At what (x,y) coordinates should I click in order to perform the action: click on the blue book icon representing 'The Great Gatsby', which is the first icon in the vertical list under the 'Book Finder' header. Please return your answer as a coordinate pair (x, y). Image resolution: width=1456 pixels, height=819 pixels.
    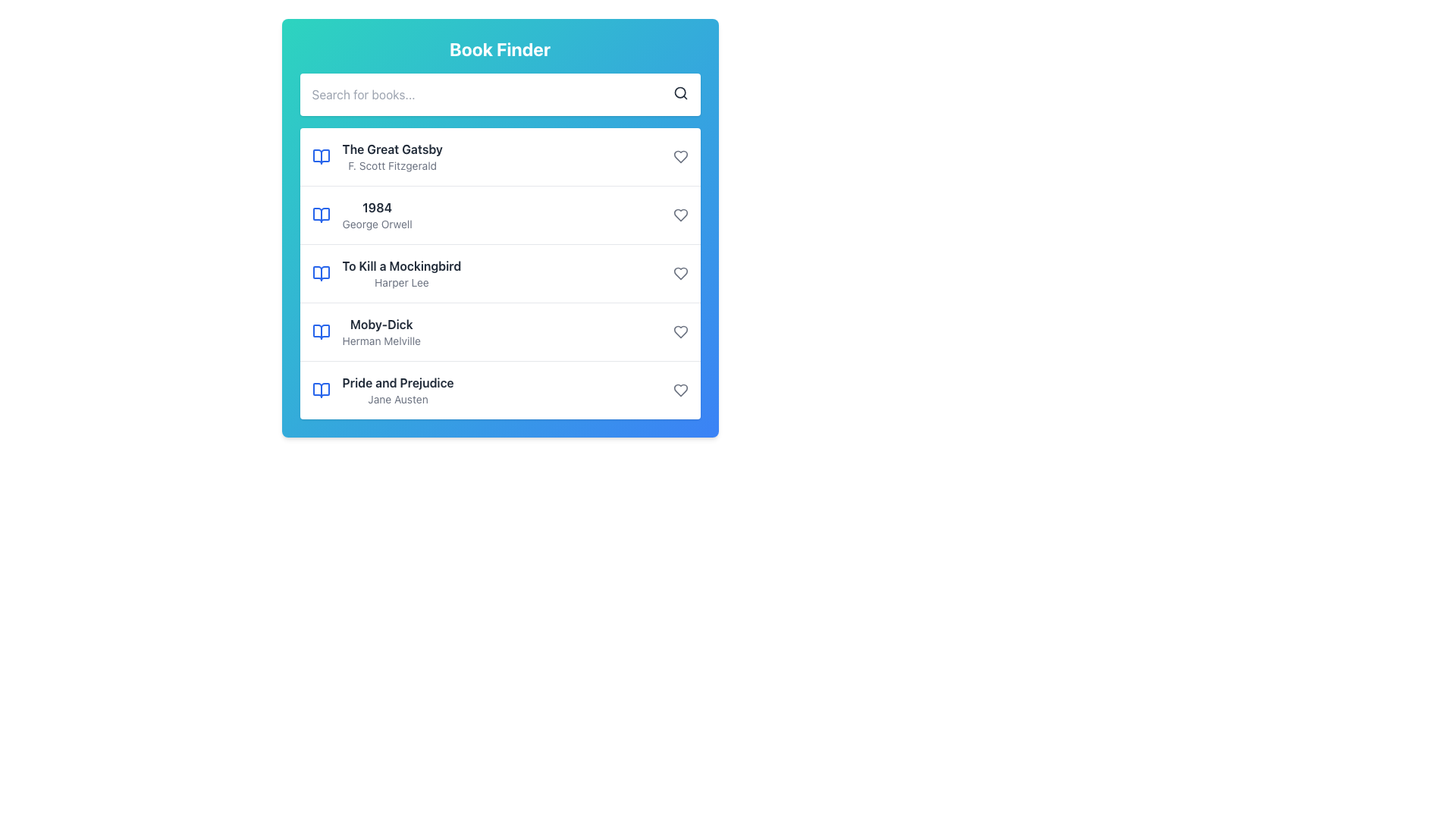
    Looking at the image, I should click on (320, 157).